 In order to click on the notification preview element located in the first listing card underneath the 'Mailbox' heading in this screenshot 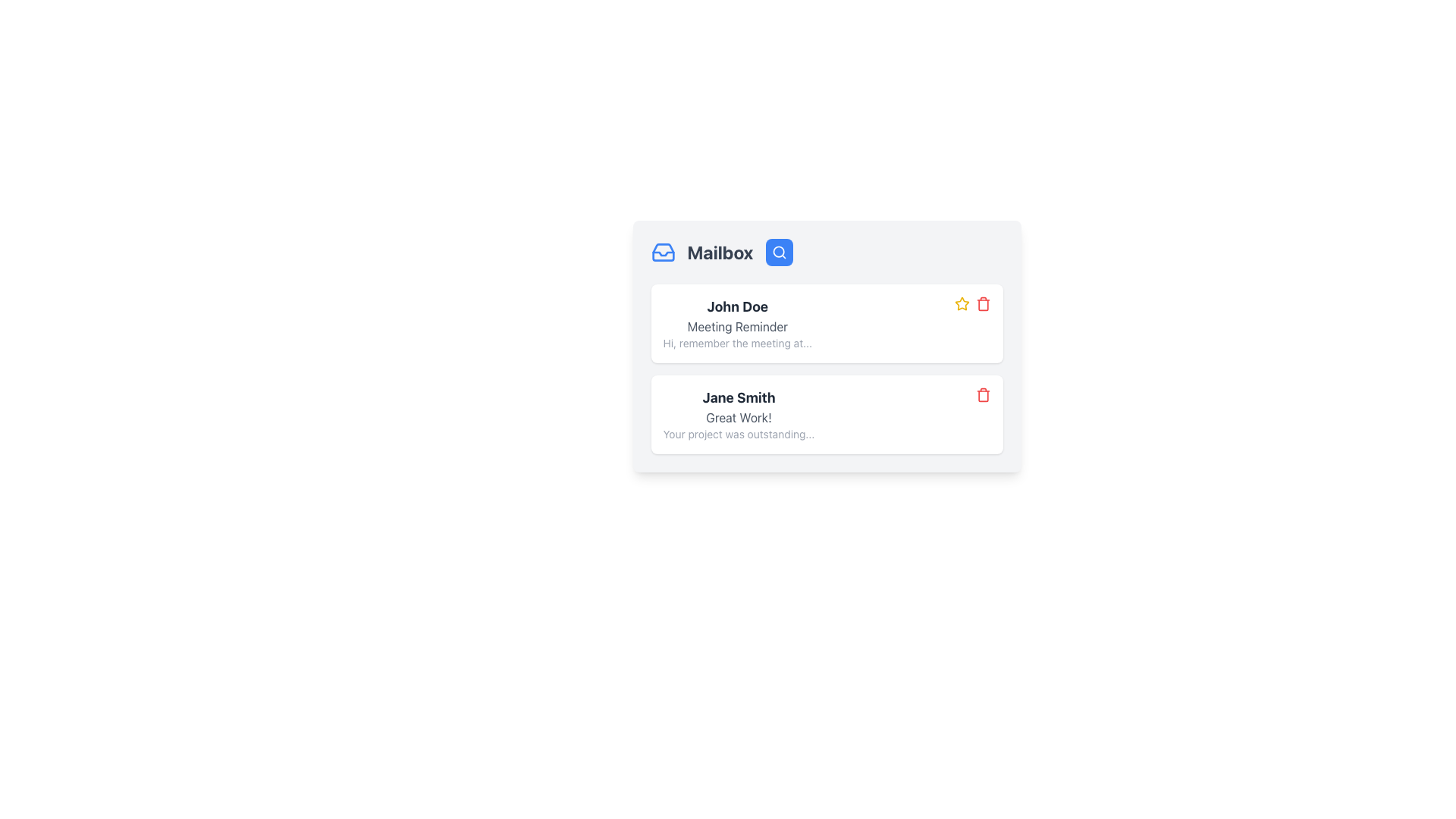, I will do `click(737, 323)`.